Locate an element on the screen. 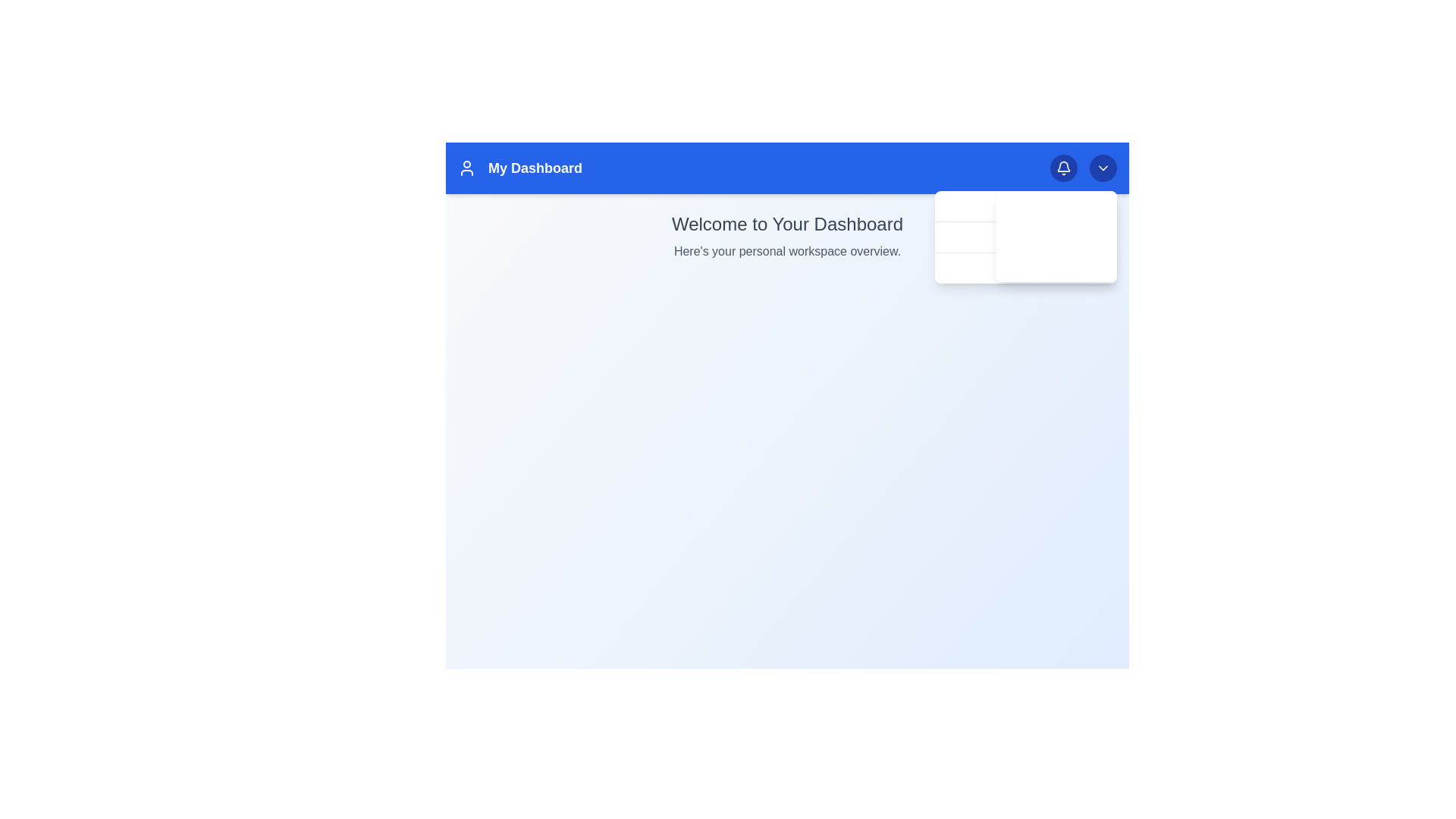 This screenshot has width=1456, height=819. the circular blue button with a downward pointing chevron icon located in the top-right corner of the header section is located at coordinates (1103, 168).